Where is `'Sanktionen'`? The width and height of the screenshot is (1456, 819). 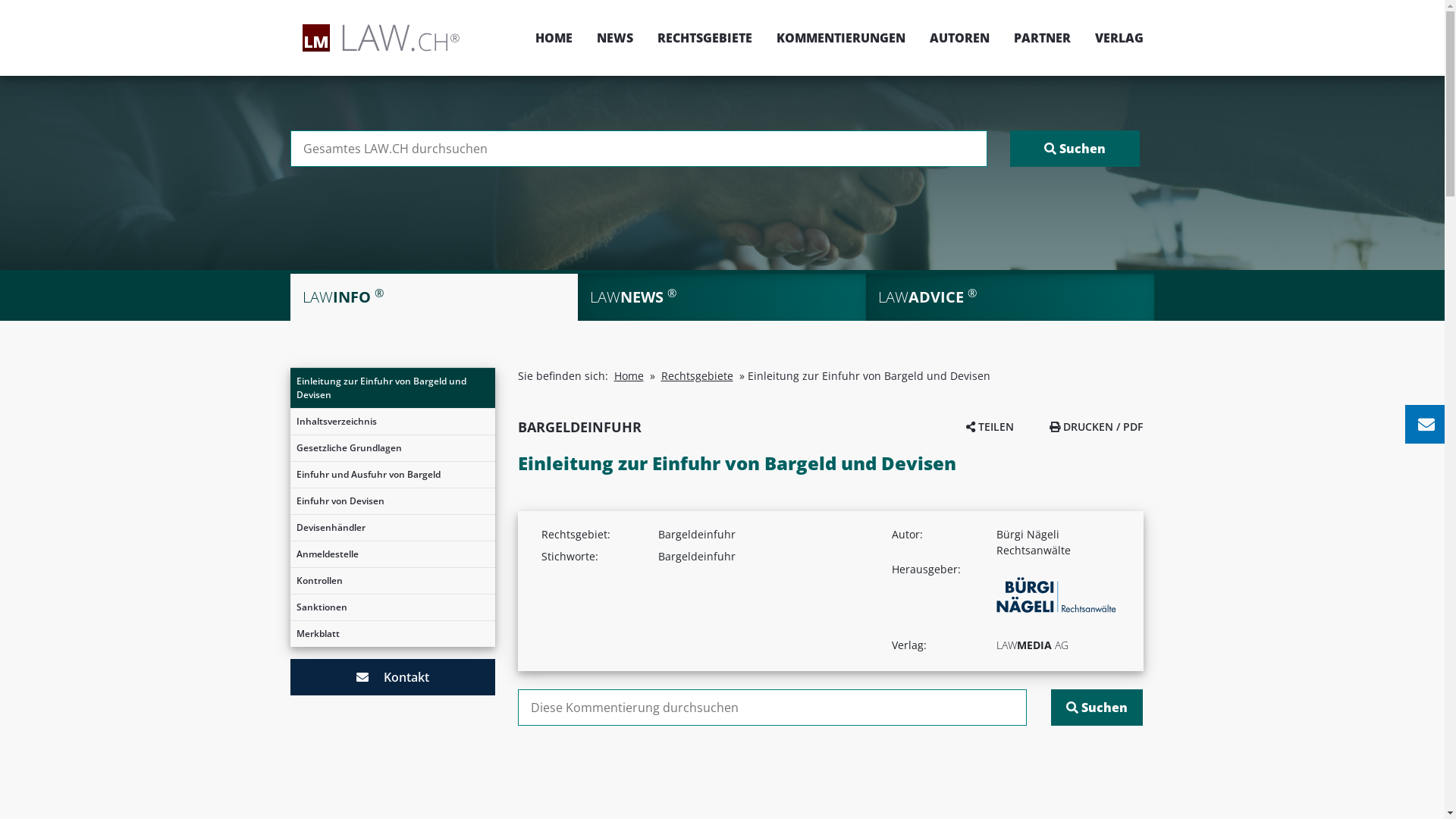 'Sanktionen' is located at coordinates (290, 607).